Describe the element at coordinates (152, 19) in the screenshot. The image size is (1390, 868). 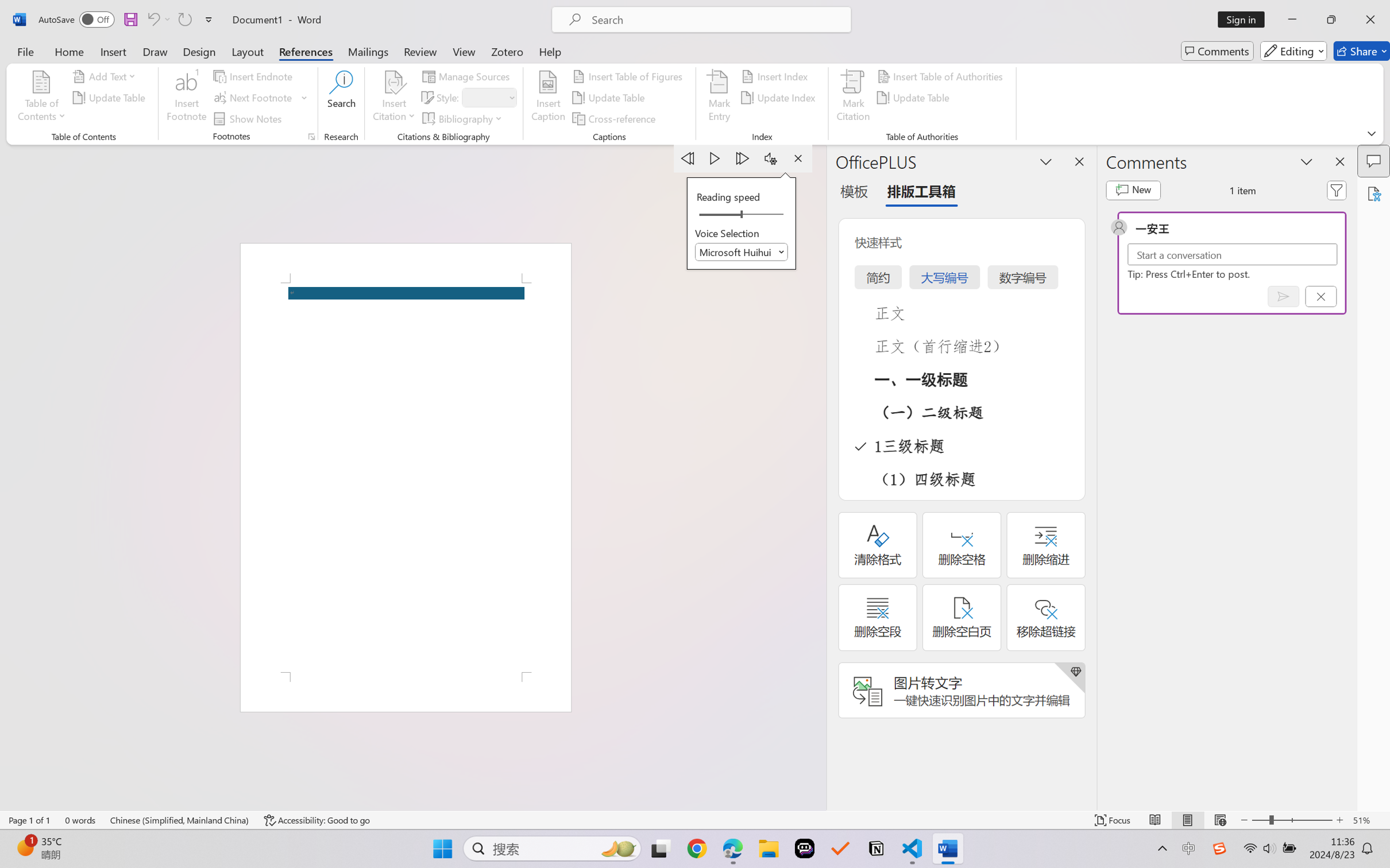
I see `'Undo Apply Quick Style Set'` at that location.